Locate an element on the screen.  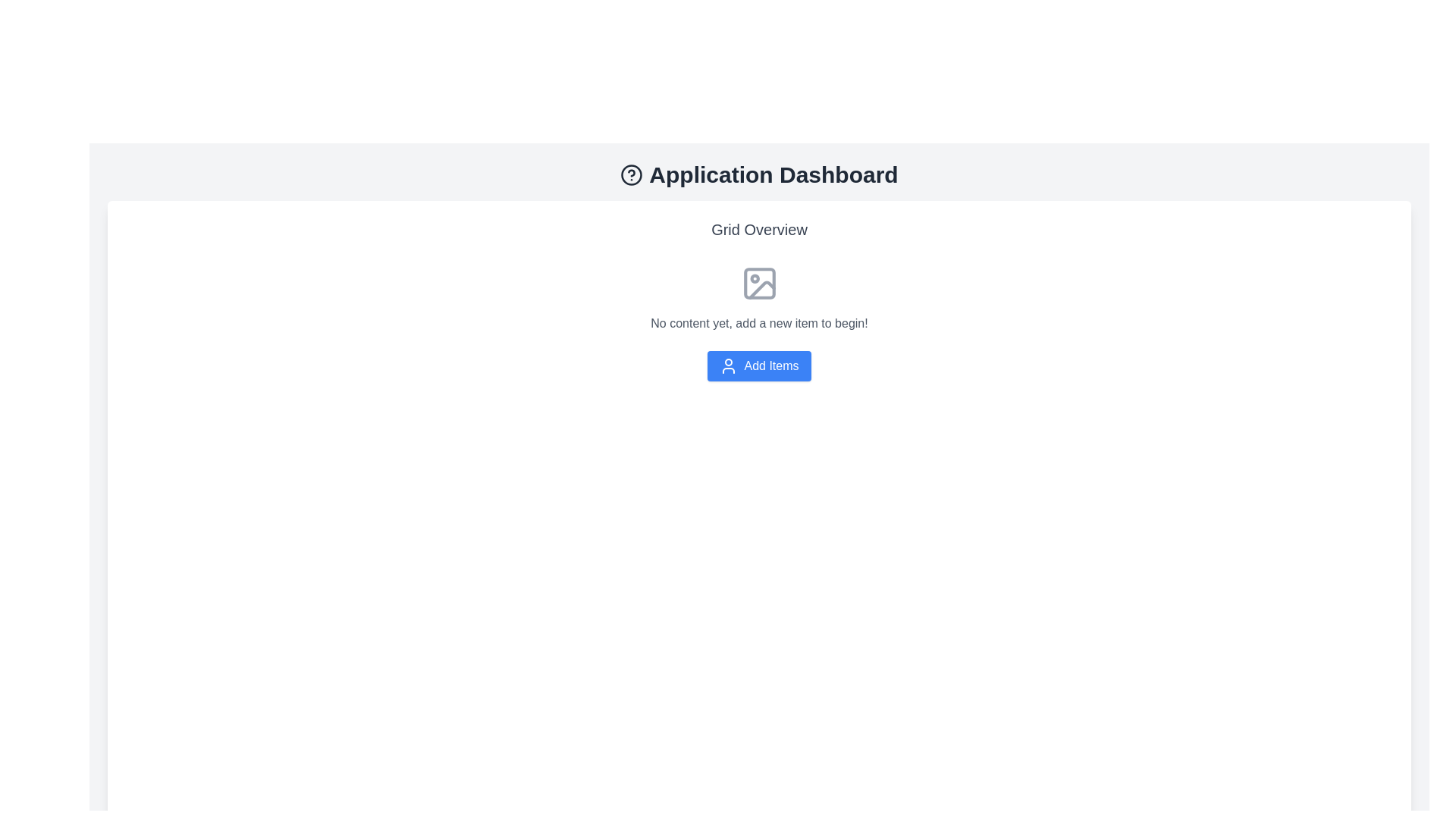
the circular user profile icon with a white outline and solid blue background, located within the 'Add Items' button is located at coordinates (729, 366).